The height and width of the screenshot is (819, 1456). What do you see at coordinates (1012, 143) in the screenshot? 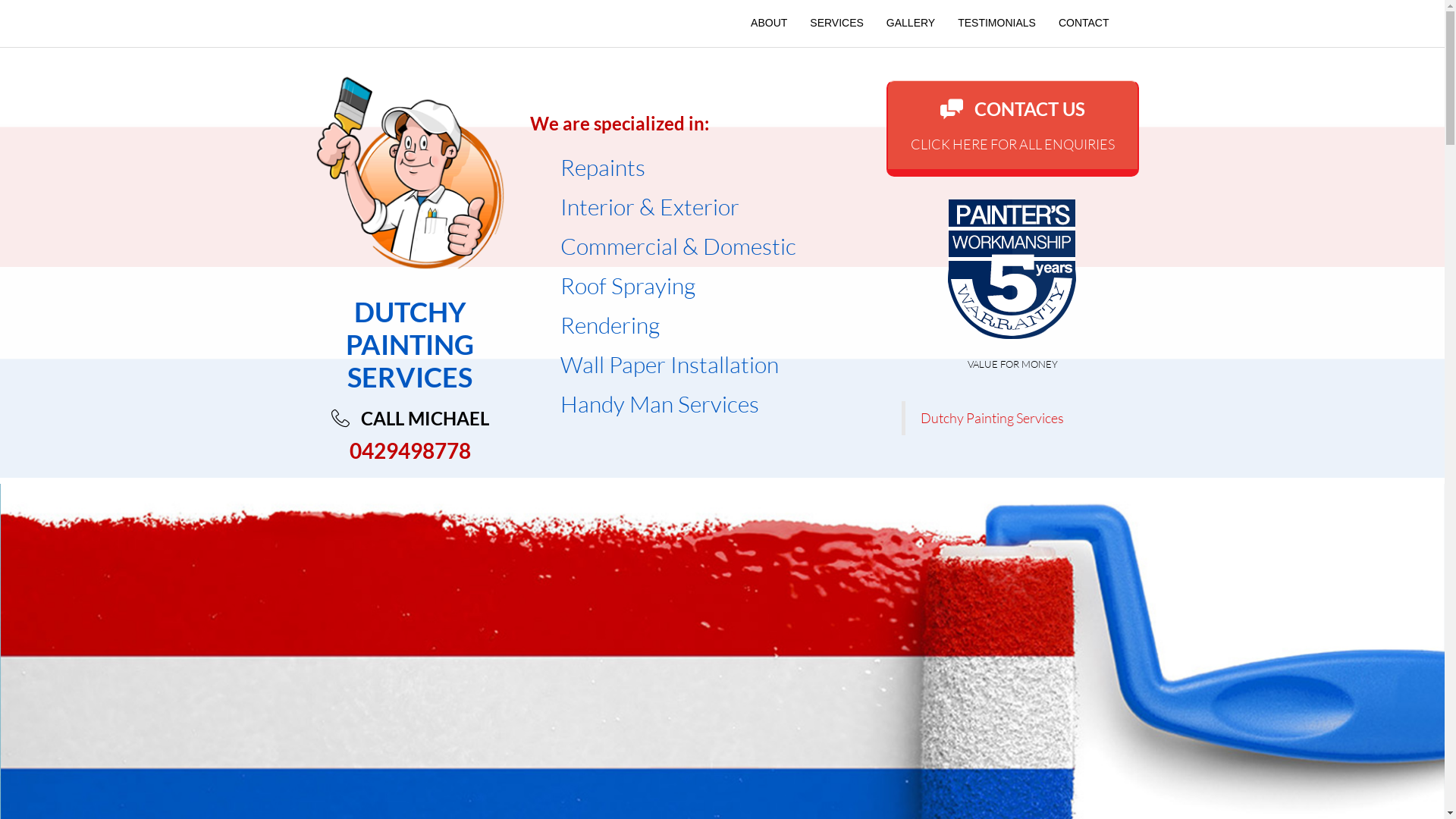
I see `'CLICK HERE FOR ALL ENQUIRIES'` at bounding box center [1012, 143].